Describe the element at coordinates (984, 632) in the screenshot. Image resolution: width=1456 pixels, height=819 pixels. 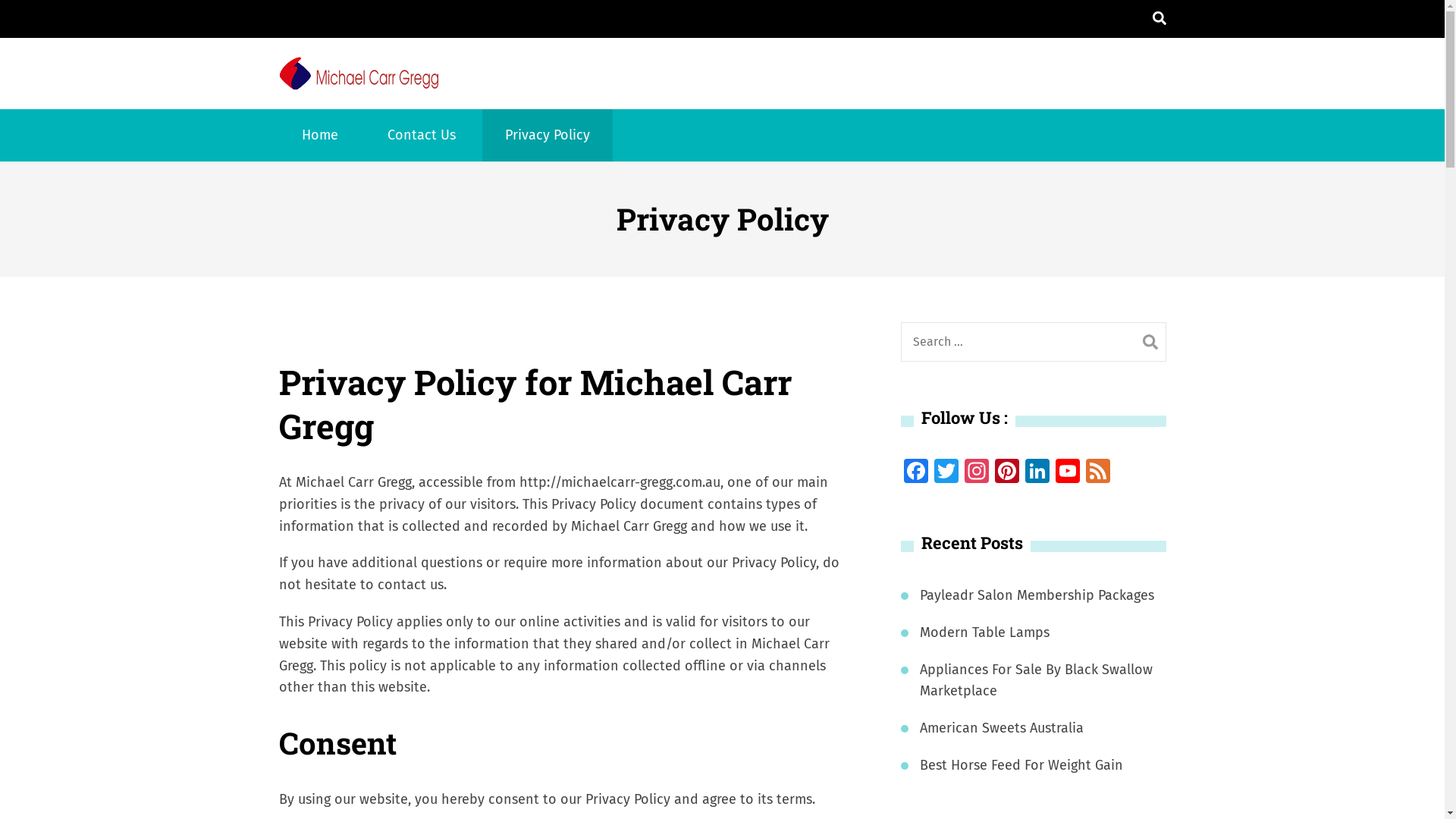
I see `'Modern Table Lamps'` at that location.